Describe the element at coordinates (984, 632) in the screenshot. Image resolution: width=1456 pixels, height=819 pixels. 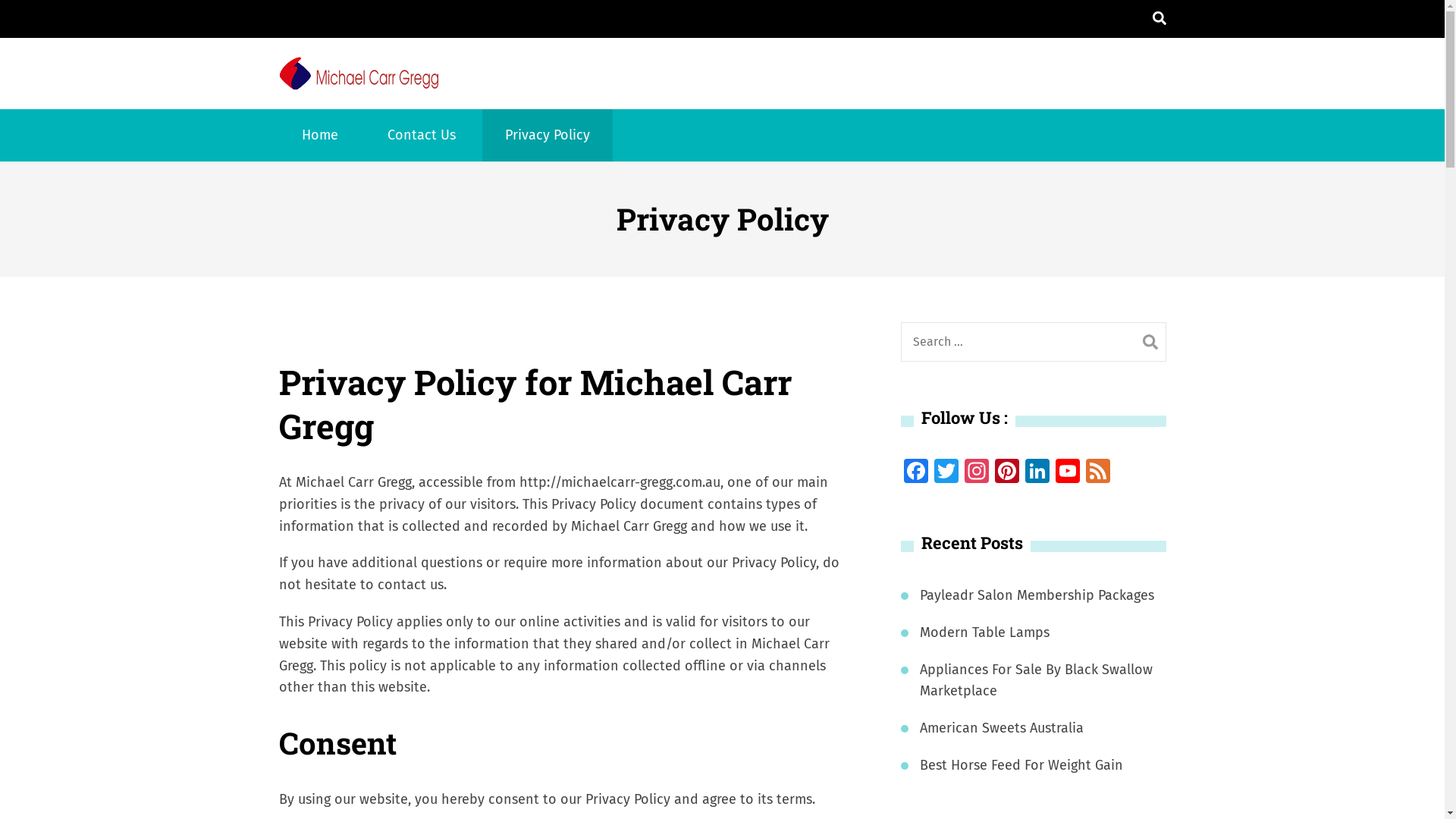
I see `'Modern Table Lamps'` at that location.